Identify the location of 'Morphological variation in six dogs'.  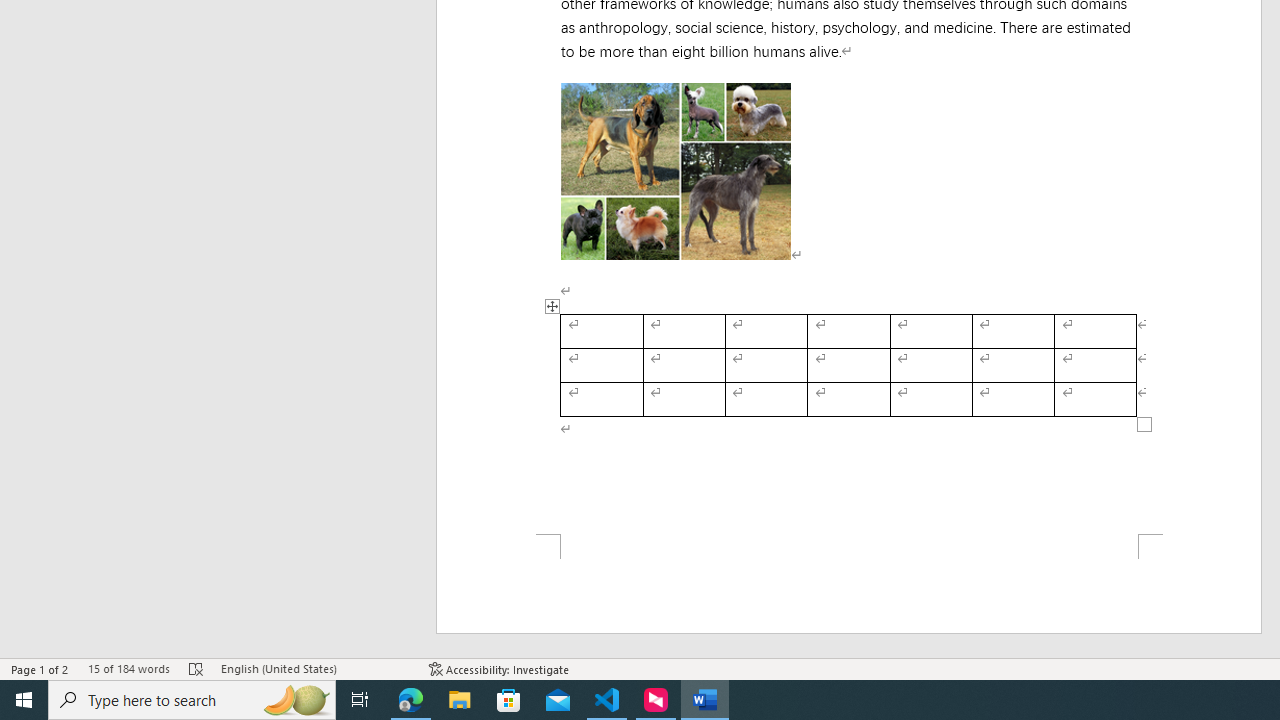
(675, 170).